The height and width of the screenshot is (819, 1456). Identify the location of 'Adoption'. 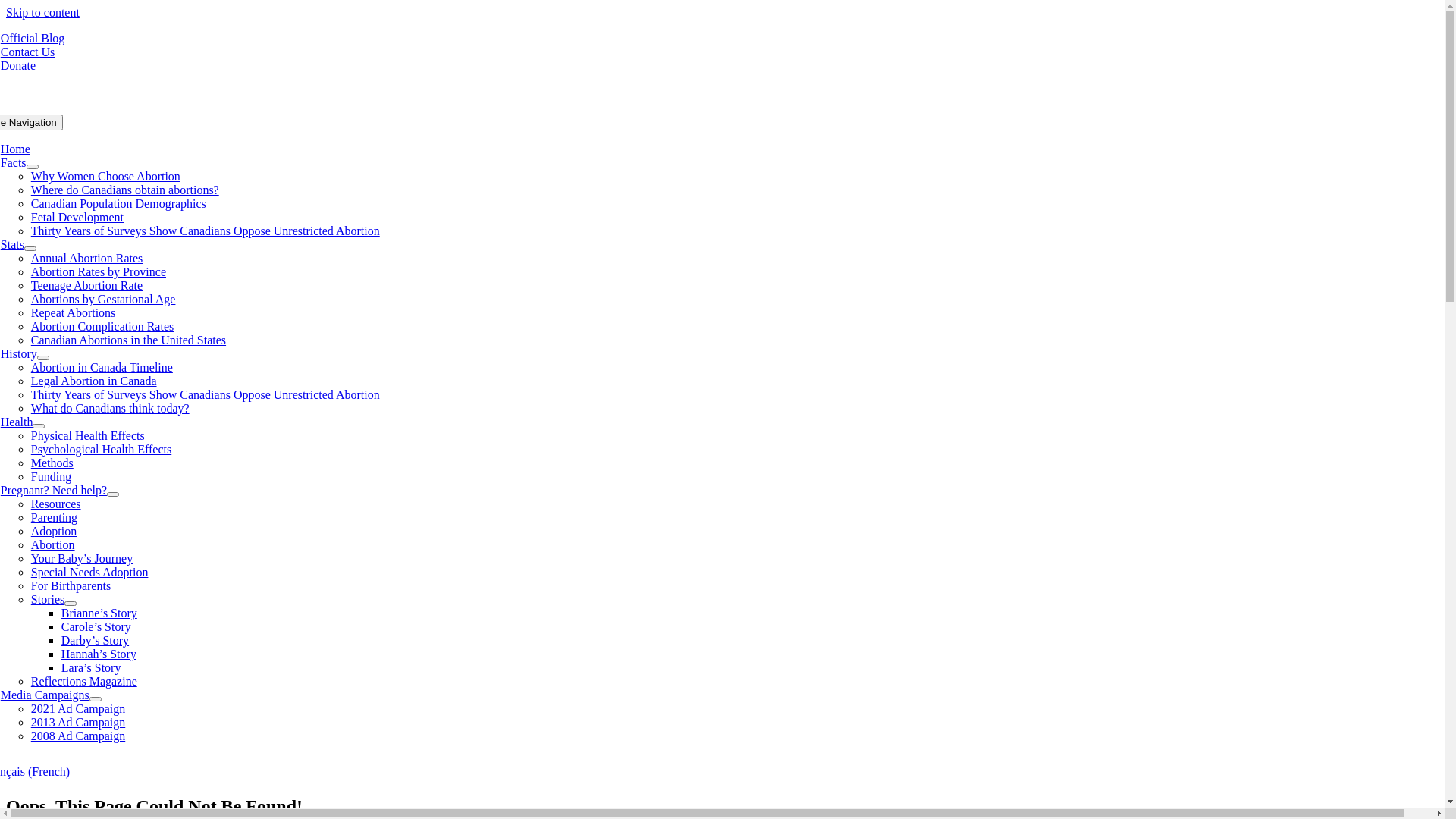
(54, 530).